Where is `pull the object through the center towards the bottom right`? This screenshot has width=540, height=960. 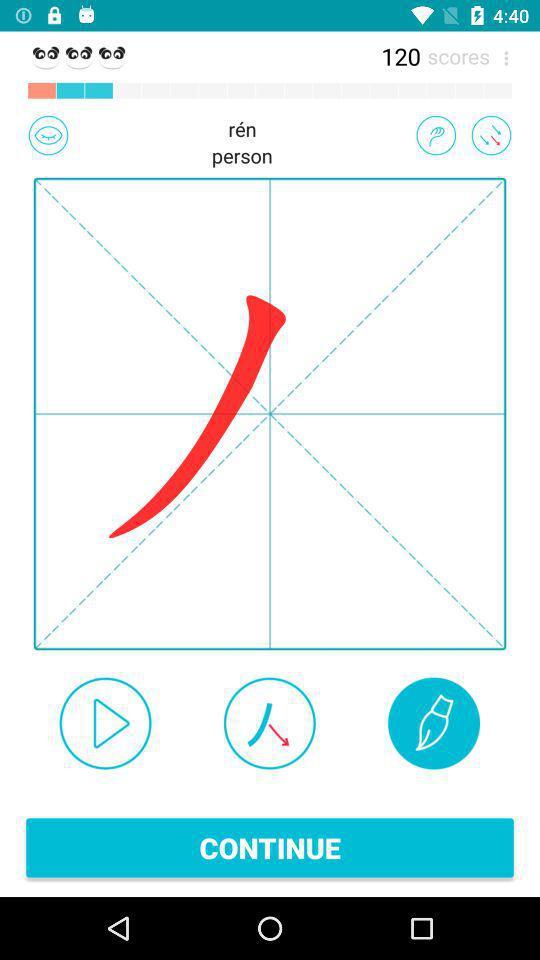
pull the object through the center towards the bottom right is located at coordinates (490, 134).